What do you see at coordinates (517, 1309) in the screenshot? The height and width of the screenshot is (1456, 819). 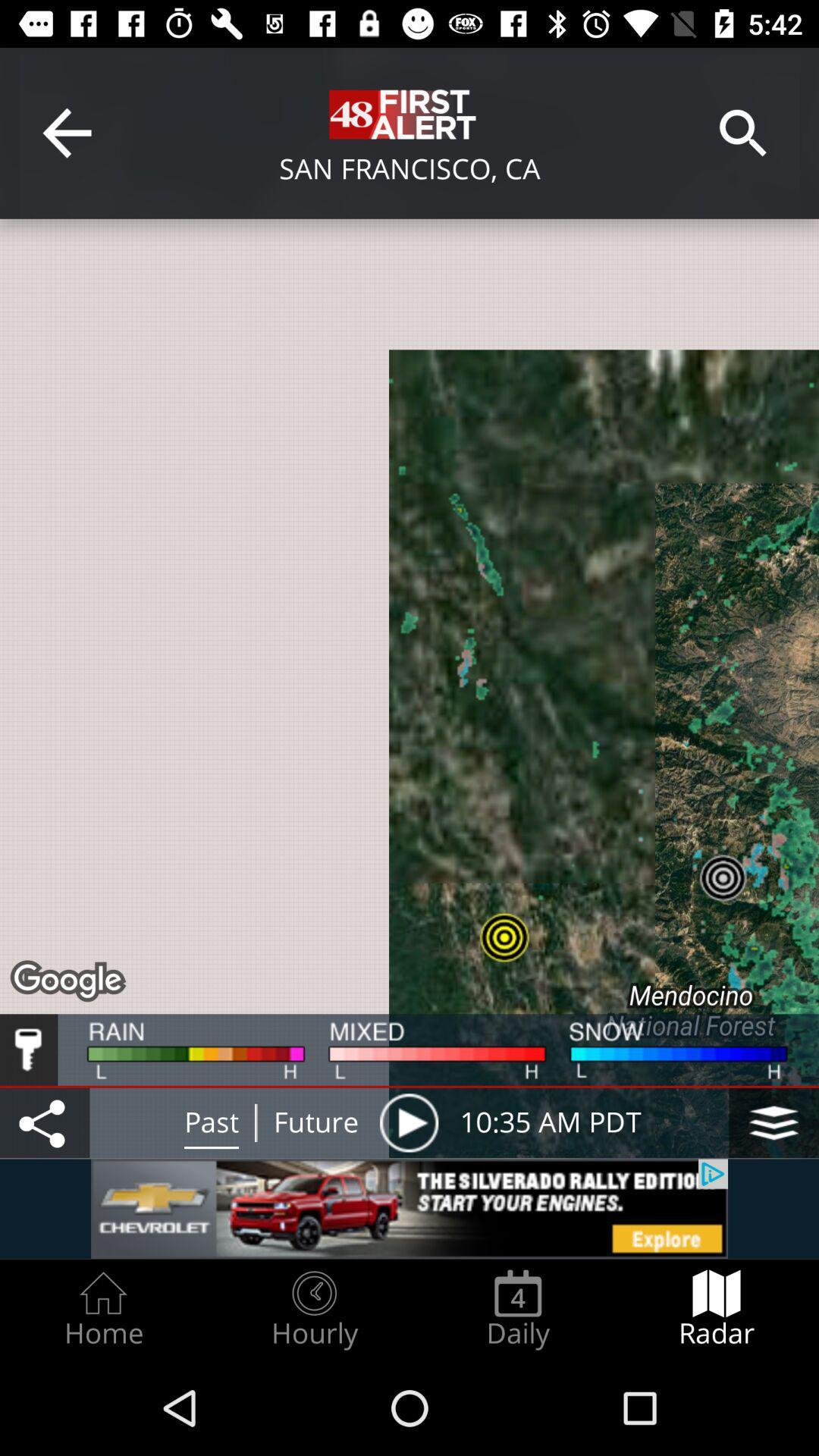 I see `icon to the right of the hourly radio button` at bounding box center [517, 1309].